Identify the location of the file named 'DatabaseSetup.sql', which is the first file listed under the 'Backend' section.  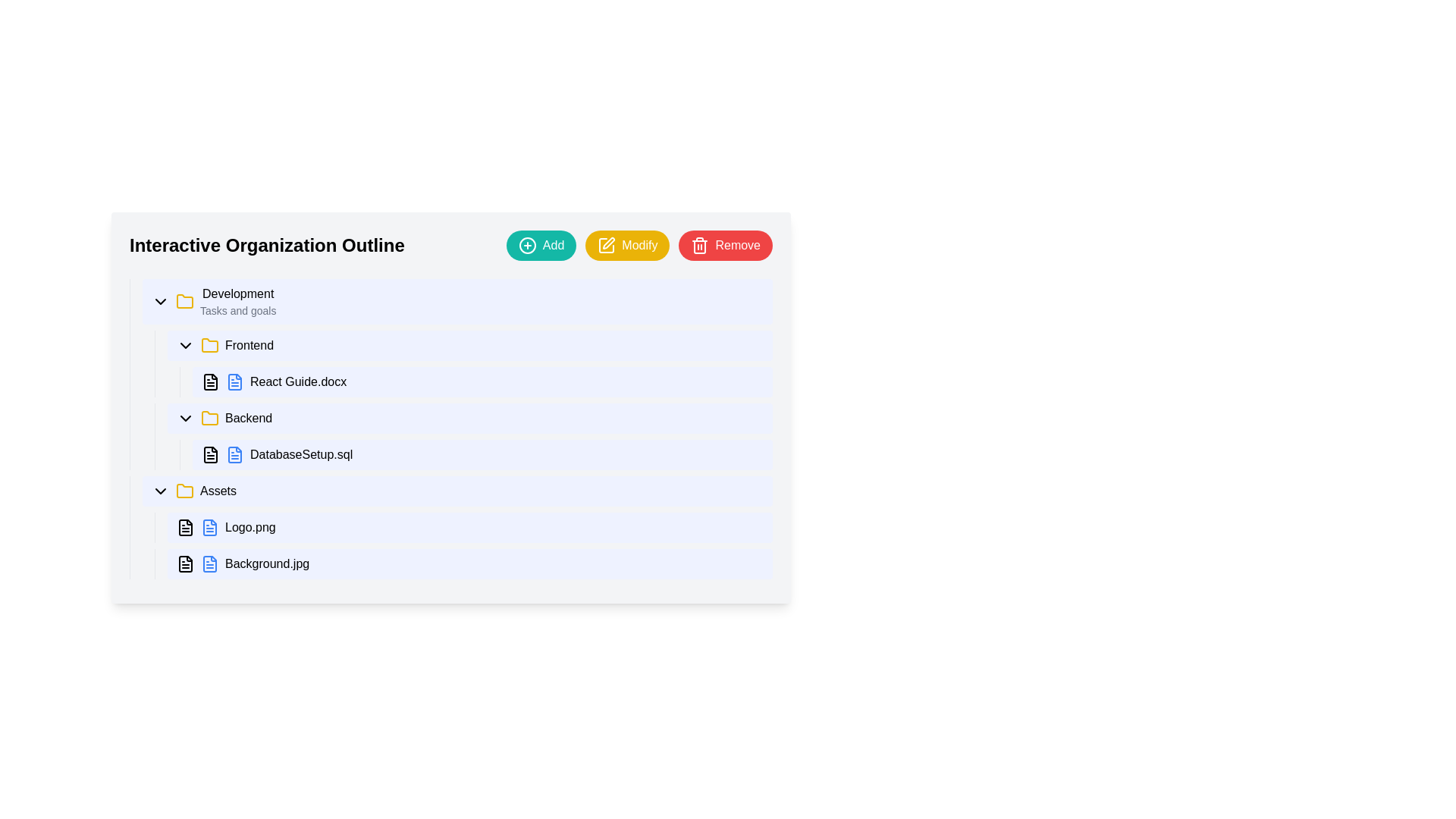
(469, 454).